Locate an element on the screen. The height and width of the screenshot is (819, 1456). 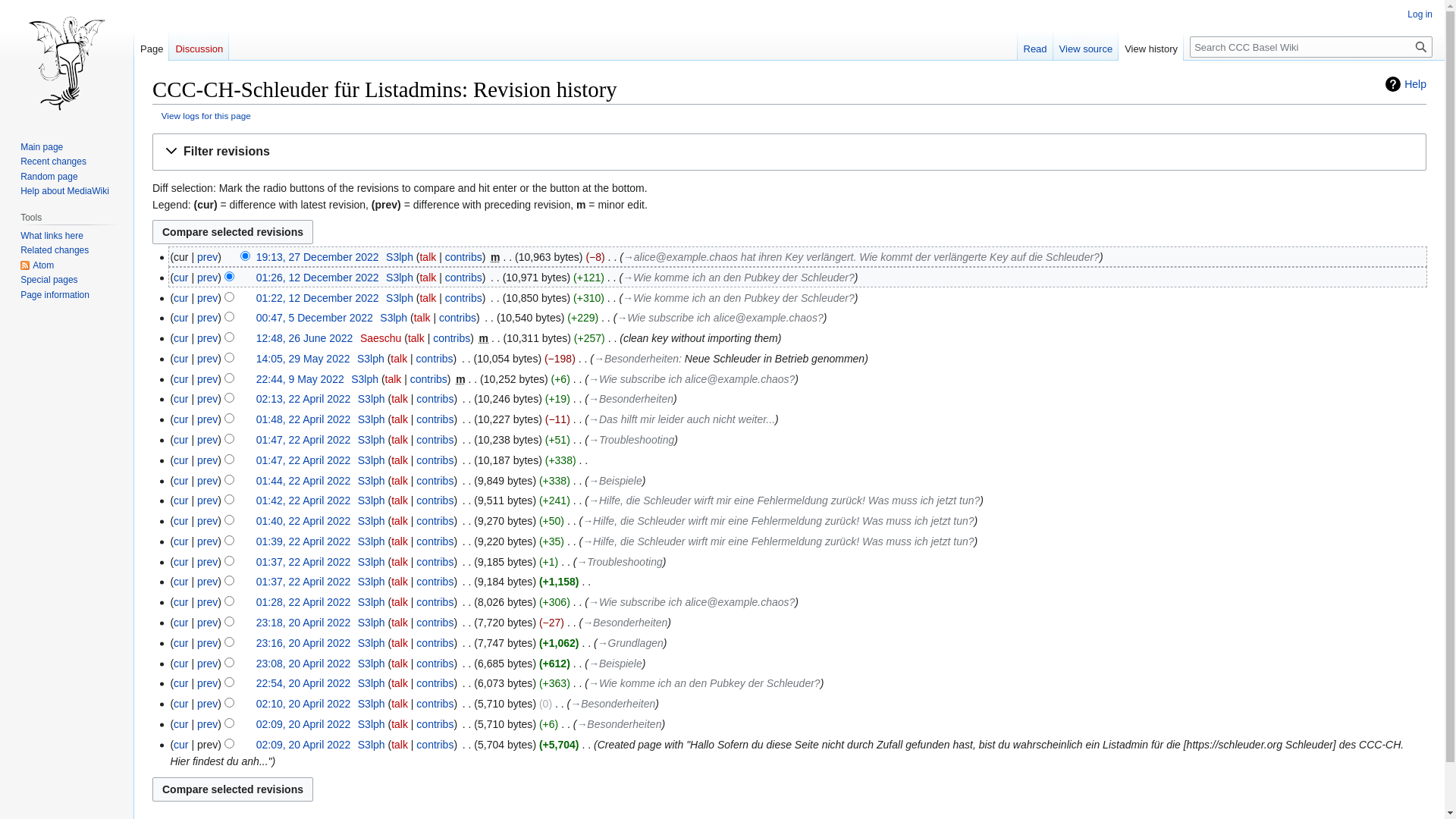
'Search CCC Basel Wiki [alt-shift-f]' is located at coordinates (1310, 45).